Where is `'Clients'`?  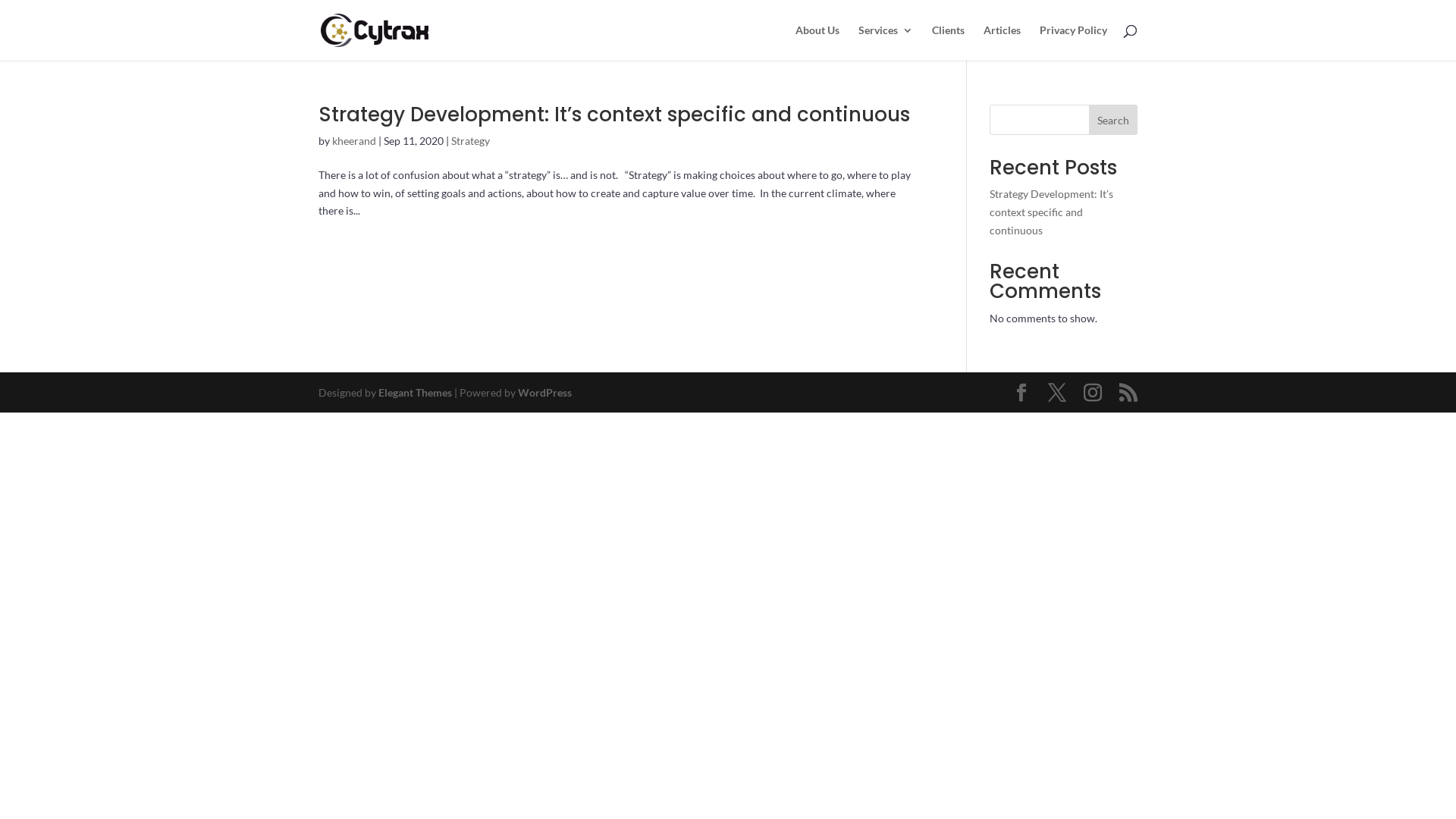
'Clients' is located at coordinates (930, 42).